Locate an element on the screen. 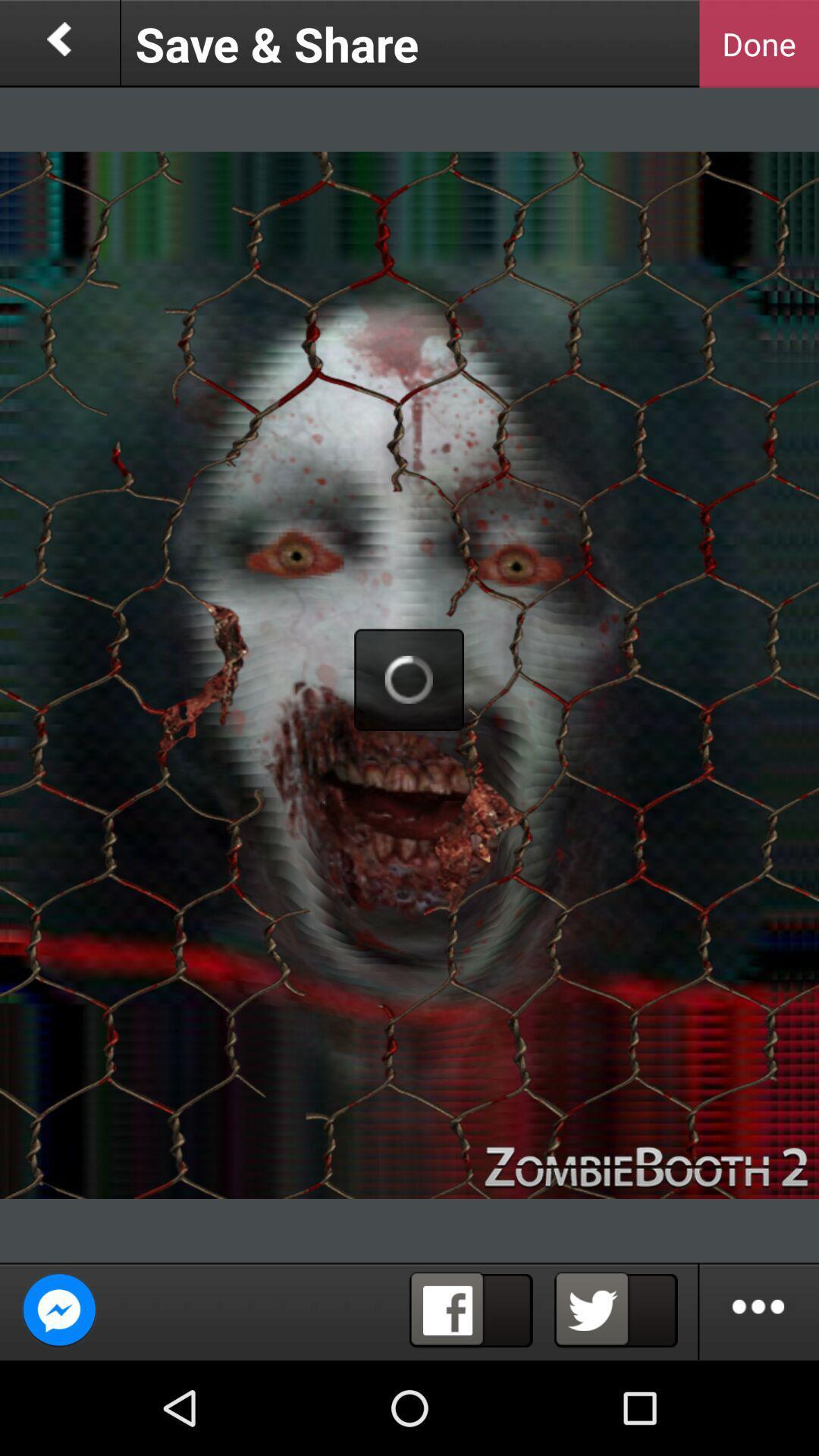 The width and height of the screenshot is (819, 1456). the twitter icon is located at coordinates (616, 1401).